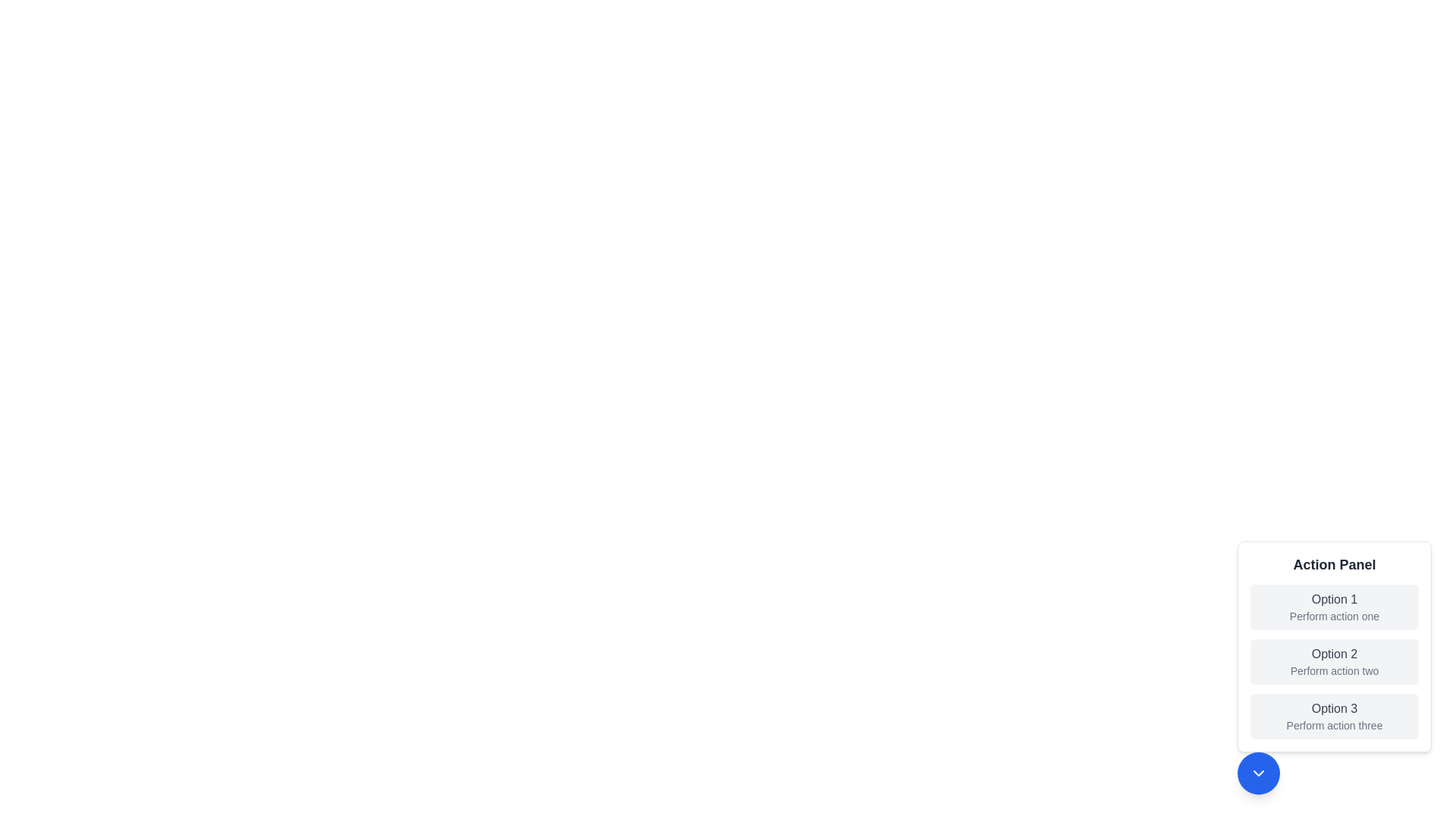  Describe the element at coordinates (1335, 646) in the screenshot. I see `the highlighted option 'Option 2' in the action panel` at that location.